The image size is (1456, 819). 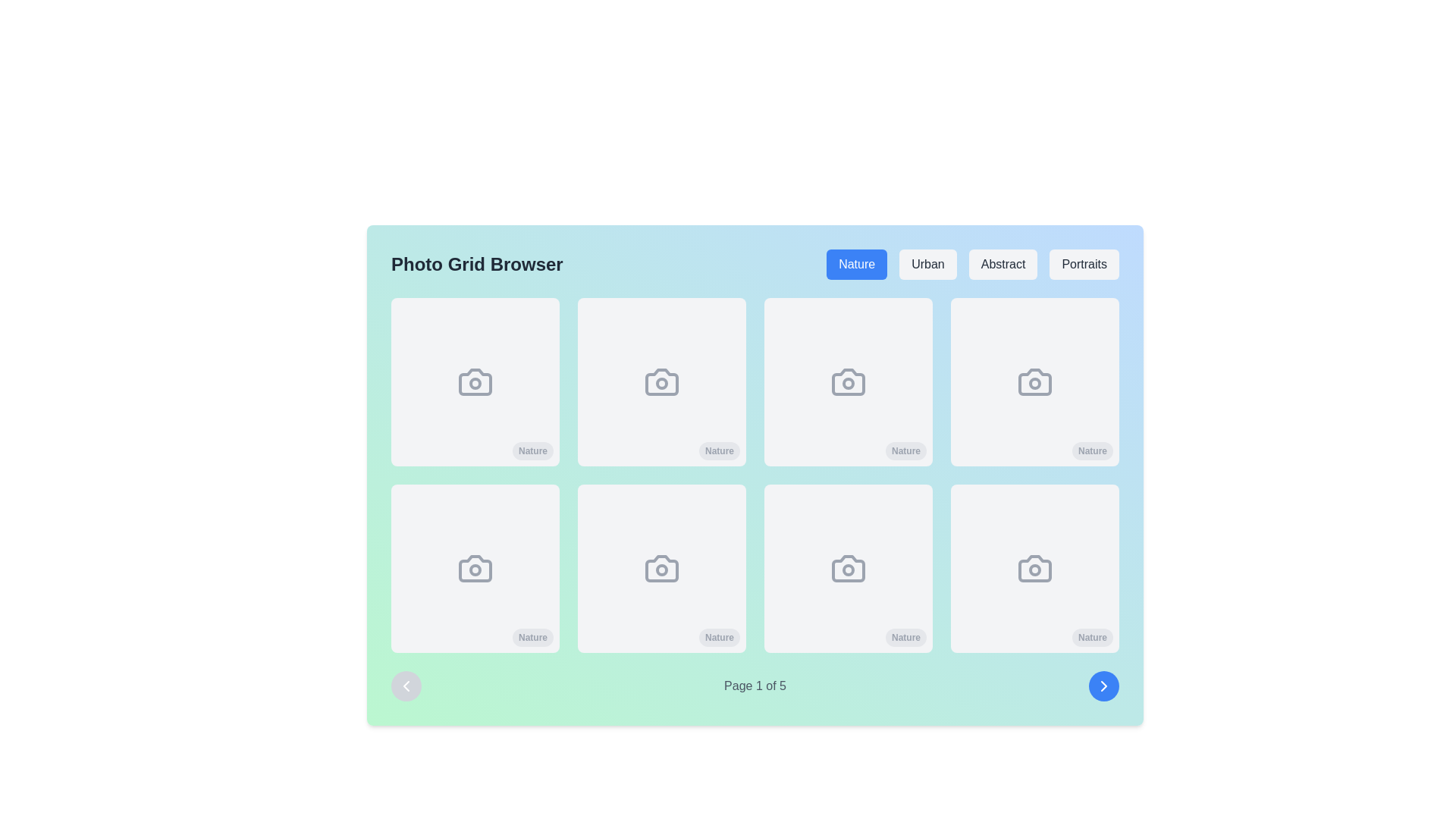 What do you see at coordinates (847, 570) in the screenshot?
I see `the small circle located within the camera icon, which aligns with the lens area, in the bottom-right tile of the grid layout` at bounding box center [847, 570].